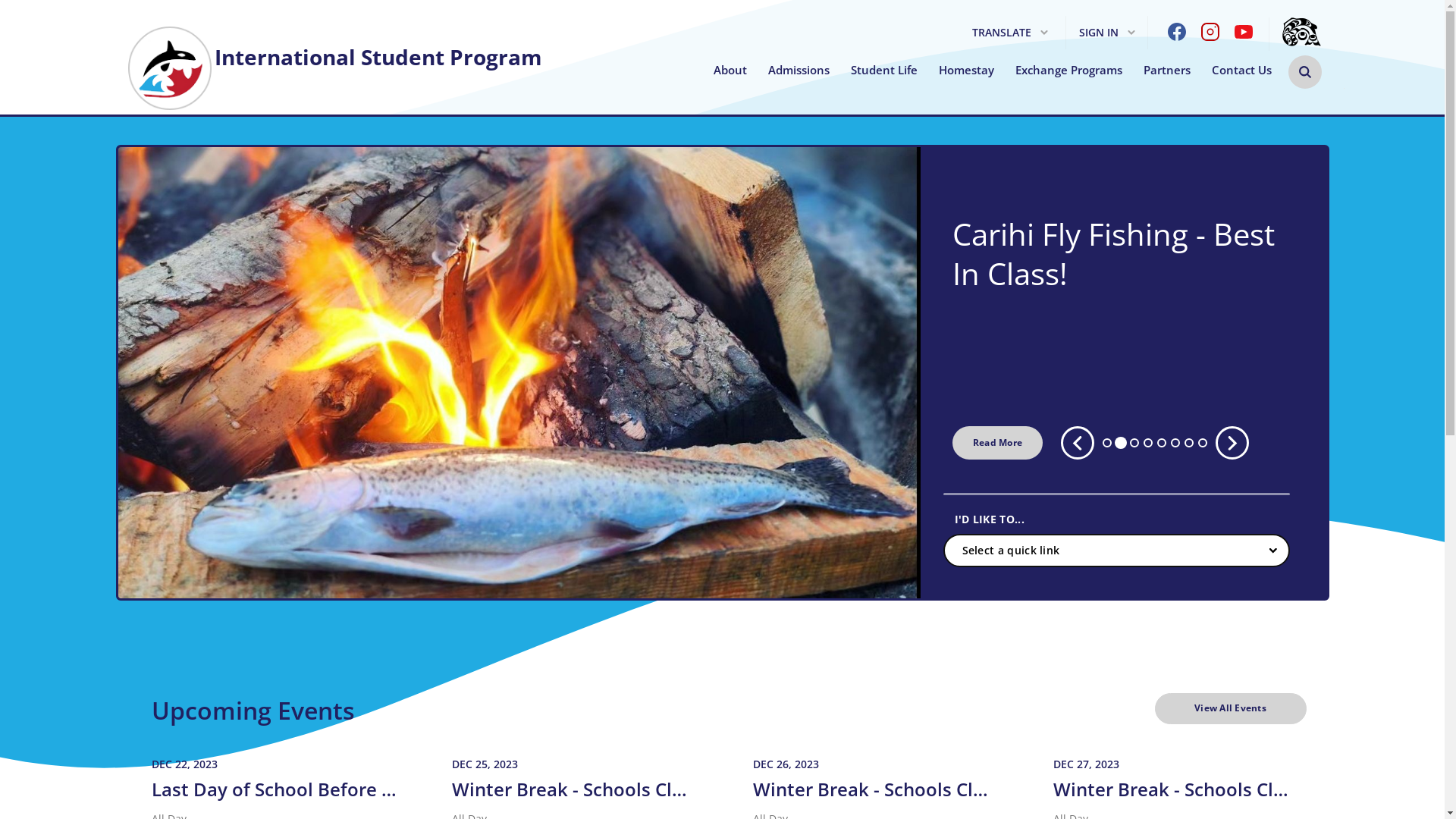 This screenshot has width=1456, height=819. What do you see at coordinates (333, 49) in the screenshot?
I see `'International Student Program'` at bounding box center [333, 49].